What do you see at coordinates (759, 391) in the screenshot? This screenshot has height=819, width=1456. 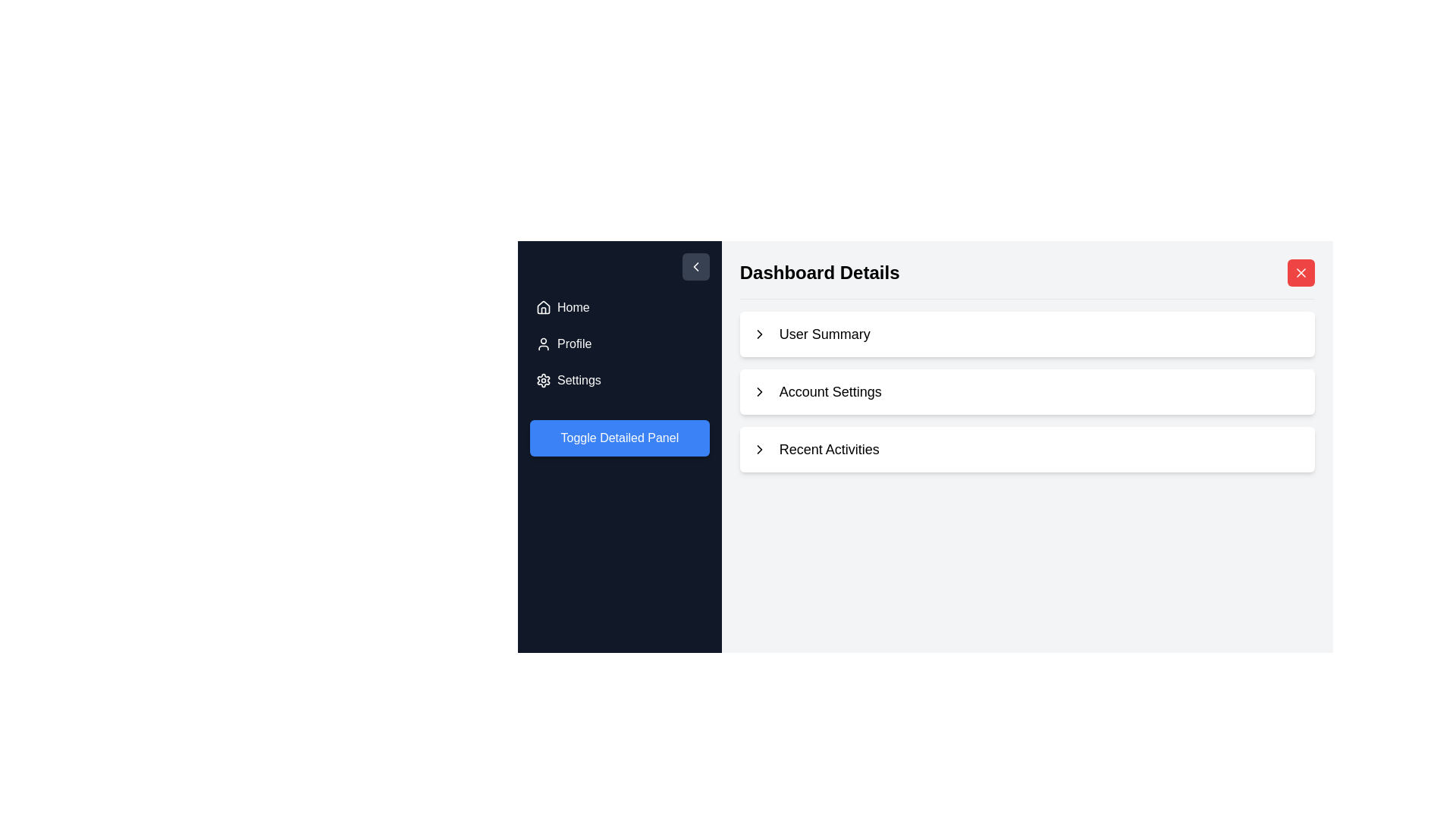 I see `the rightward-pointing chevron arrow icon, which is part of the navigation control adjacent to the 'Account Settings' in the 'Dashboard Details' panel` at bounding box center [759, 391].